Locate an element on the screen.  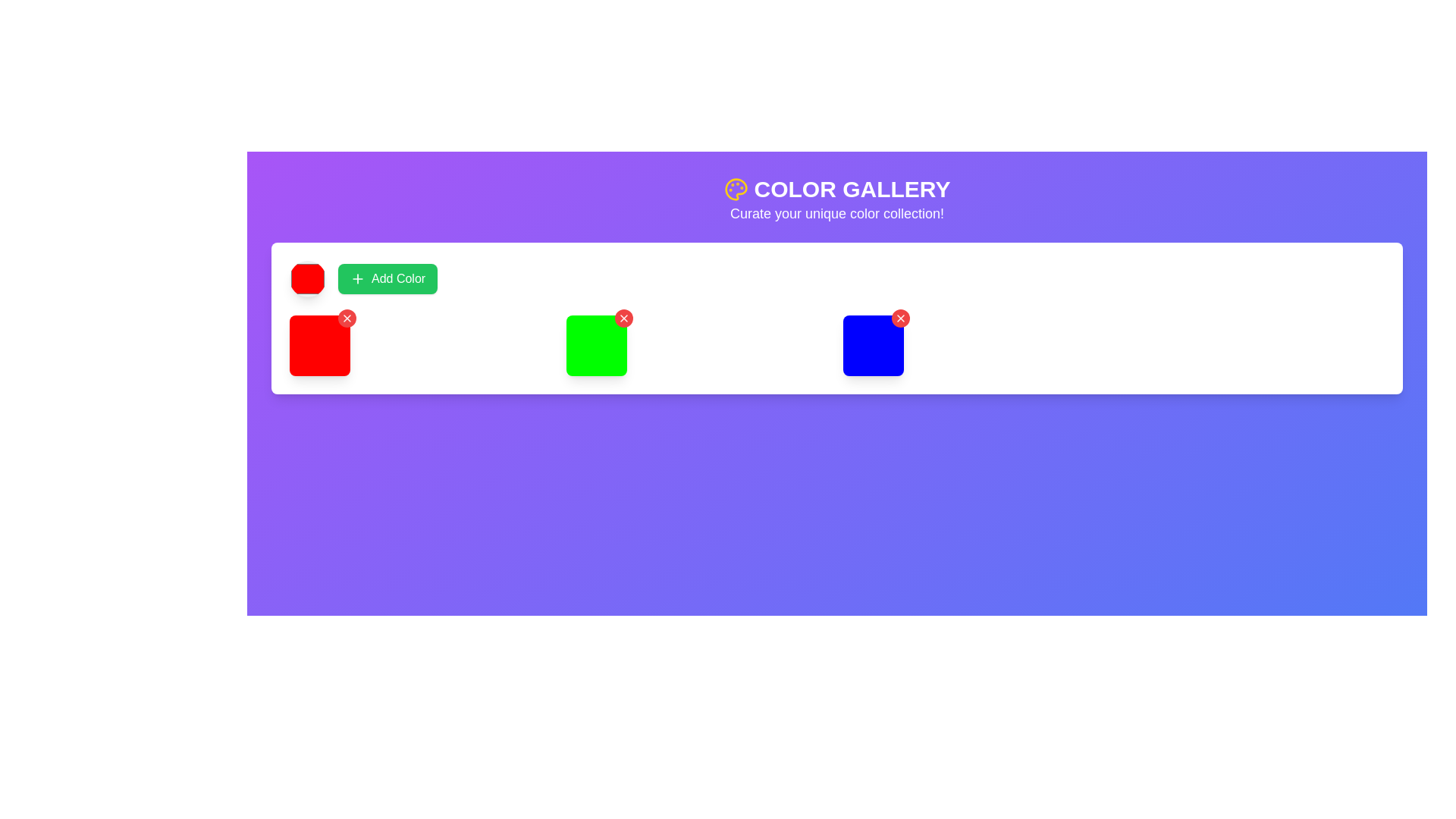
the prominent title bar that reads 'COLOR GALLERY' with a yellow palette icon on the left, styled in bold, uppercase white font against a purple background gradient is located at coordinates (836, 189).